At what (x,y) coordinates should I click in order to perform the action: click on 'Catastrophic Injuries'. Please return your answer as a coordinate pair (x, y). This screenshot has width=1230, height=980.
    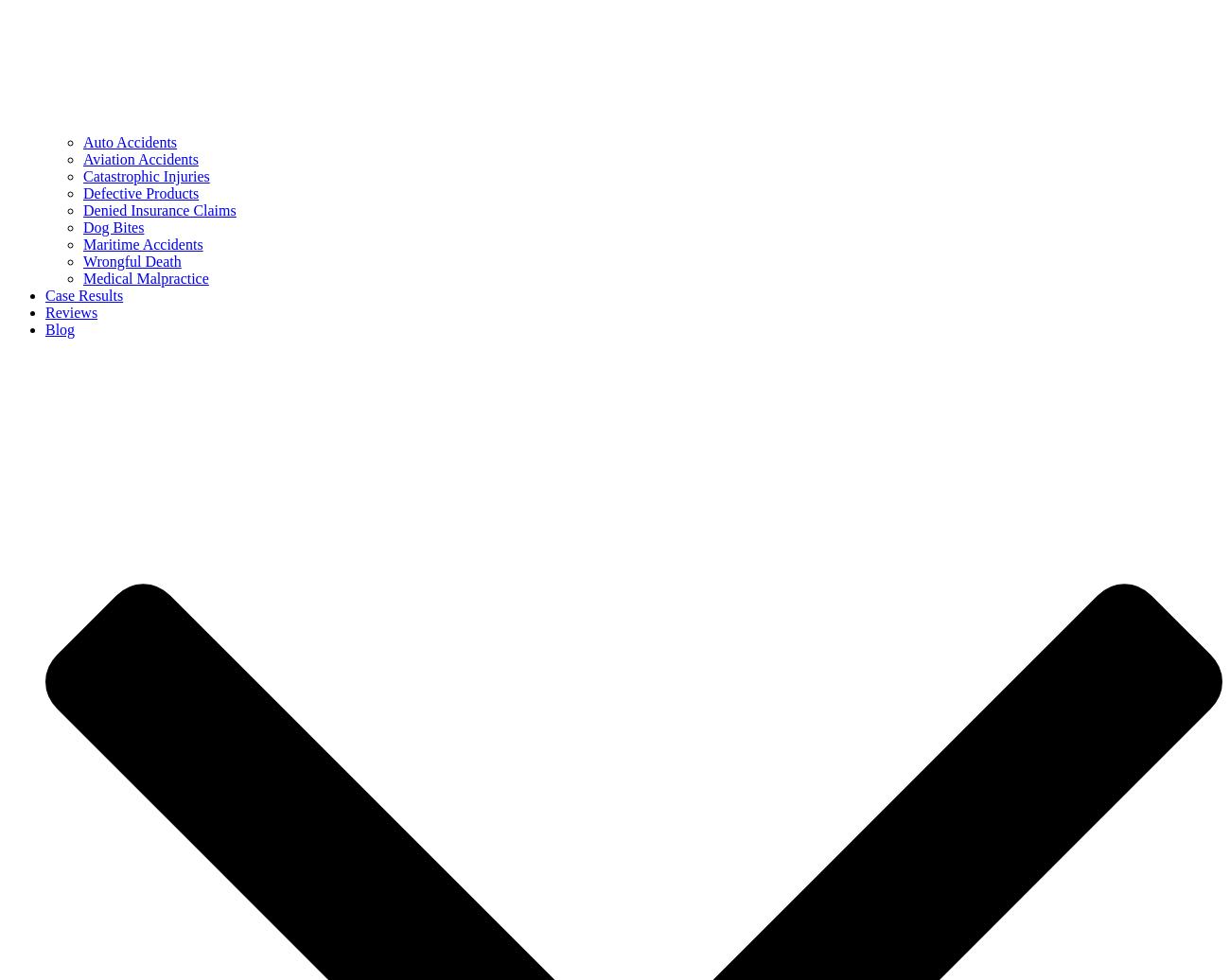
    Looking at the image, I should click on (145, 176).